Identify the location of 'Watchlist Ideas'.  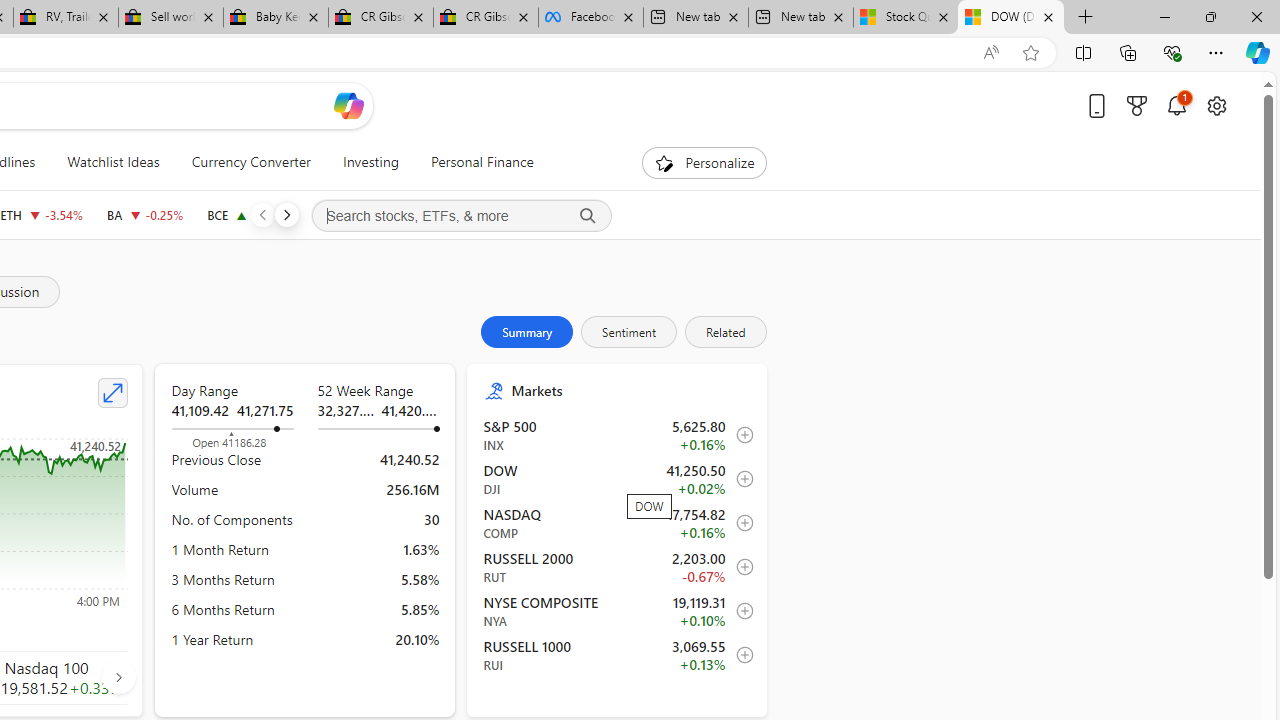
(112, 162).